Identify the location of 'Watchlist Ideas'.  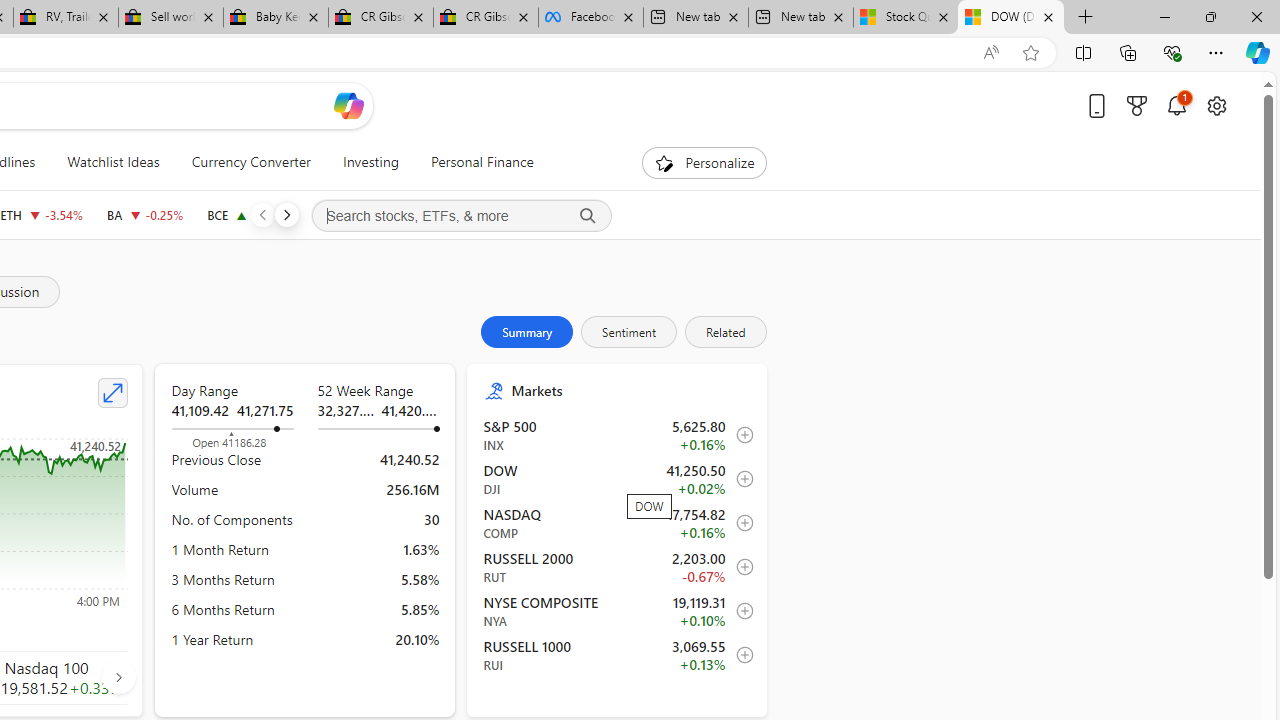
(112, 162).